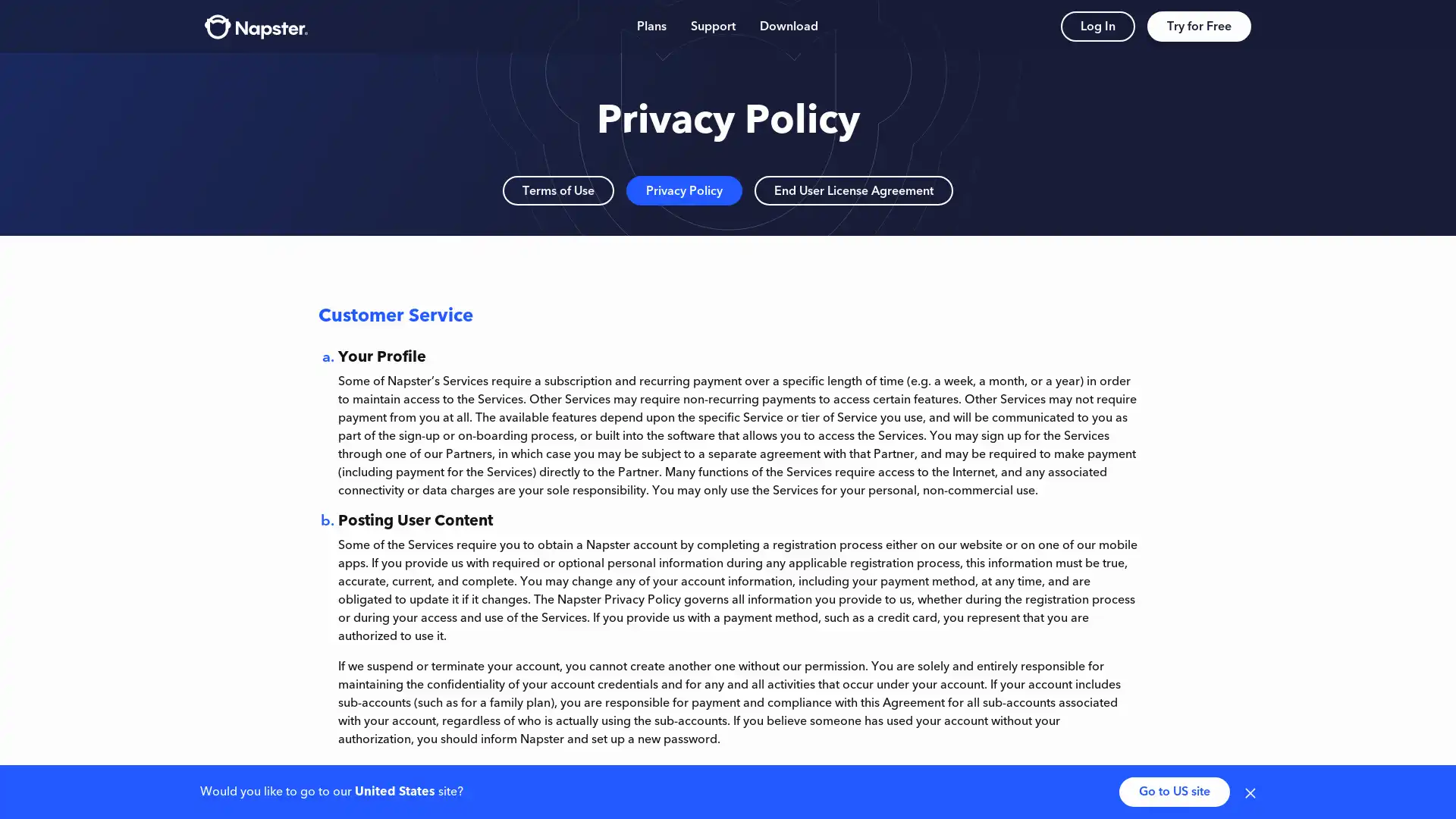 The width and height of the screenshot is (1456, 819). What do you see at coordinates (1082, 697) in the screenshot?
I see `Accept` at bounding box center [1082, 697].